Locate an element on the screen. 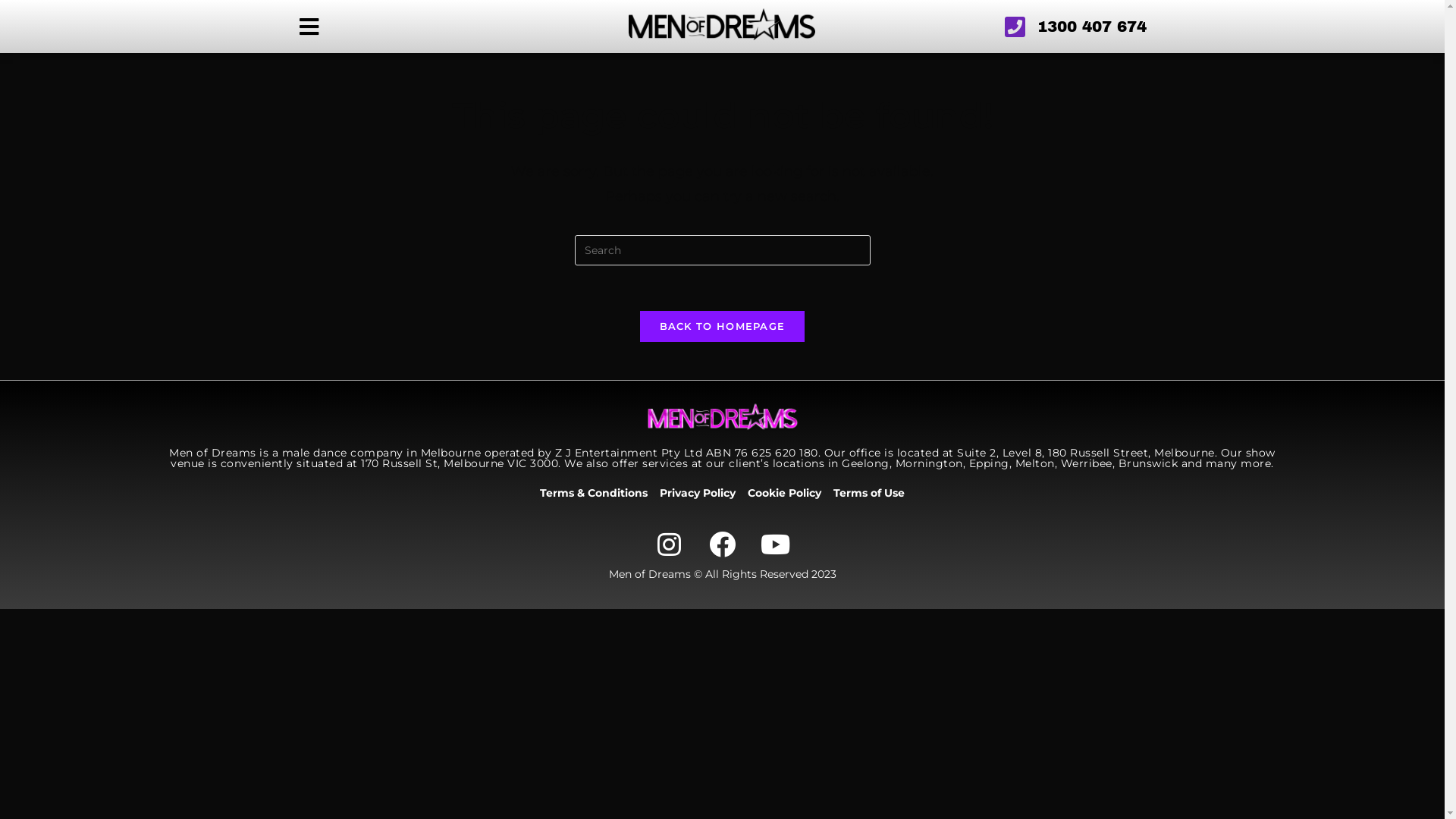 Image resolution: width=1456 pixels, height=819 pixels. 'Terms & Conditions' is located at coordinates (592, 493).